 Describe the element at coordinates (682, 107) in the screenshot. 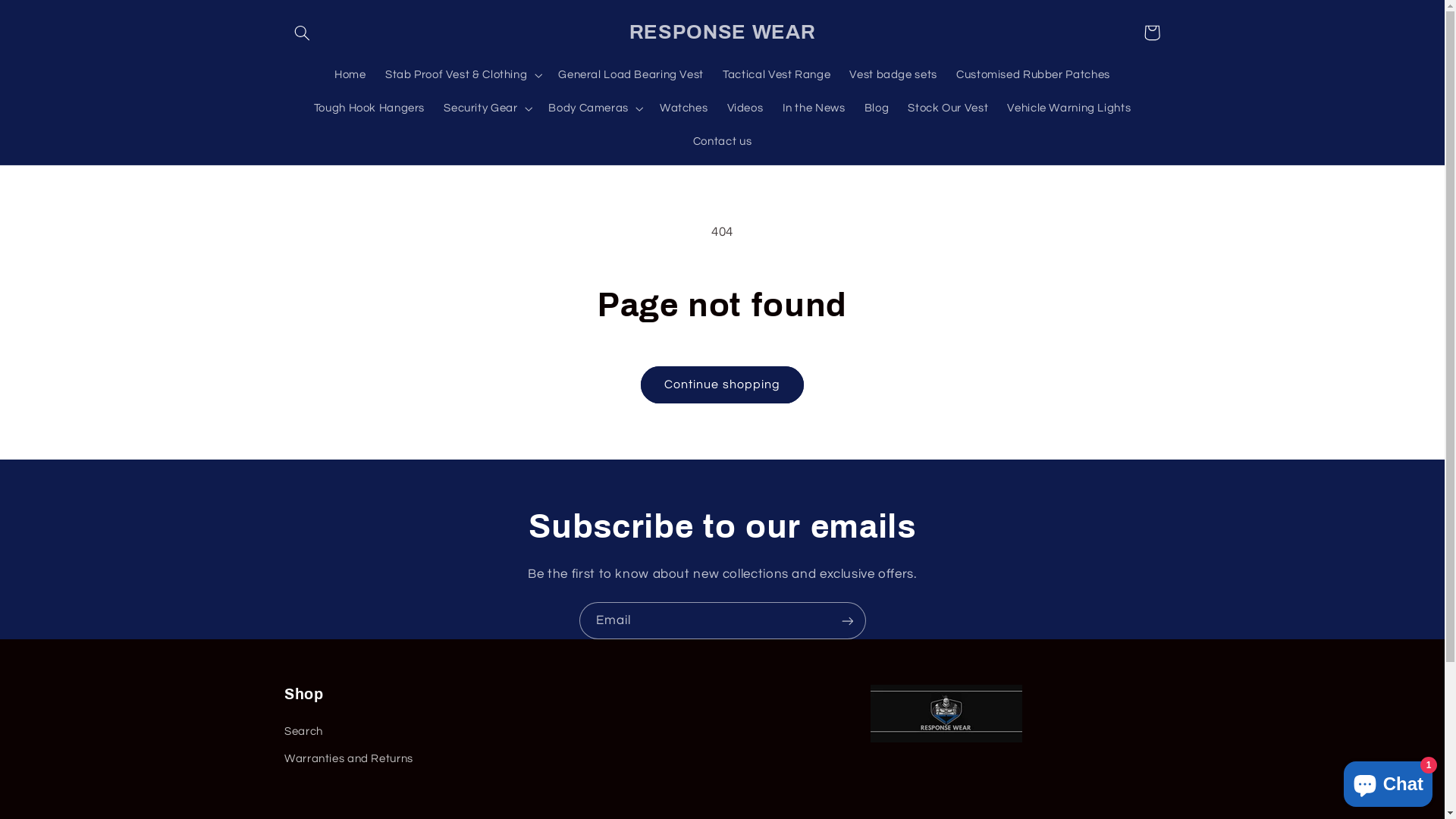

I see `'Watches'` at that location.